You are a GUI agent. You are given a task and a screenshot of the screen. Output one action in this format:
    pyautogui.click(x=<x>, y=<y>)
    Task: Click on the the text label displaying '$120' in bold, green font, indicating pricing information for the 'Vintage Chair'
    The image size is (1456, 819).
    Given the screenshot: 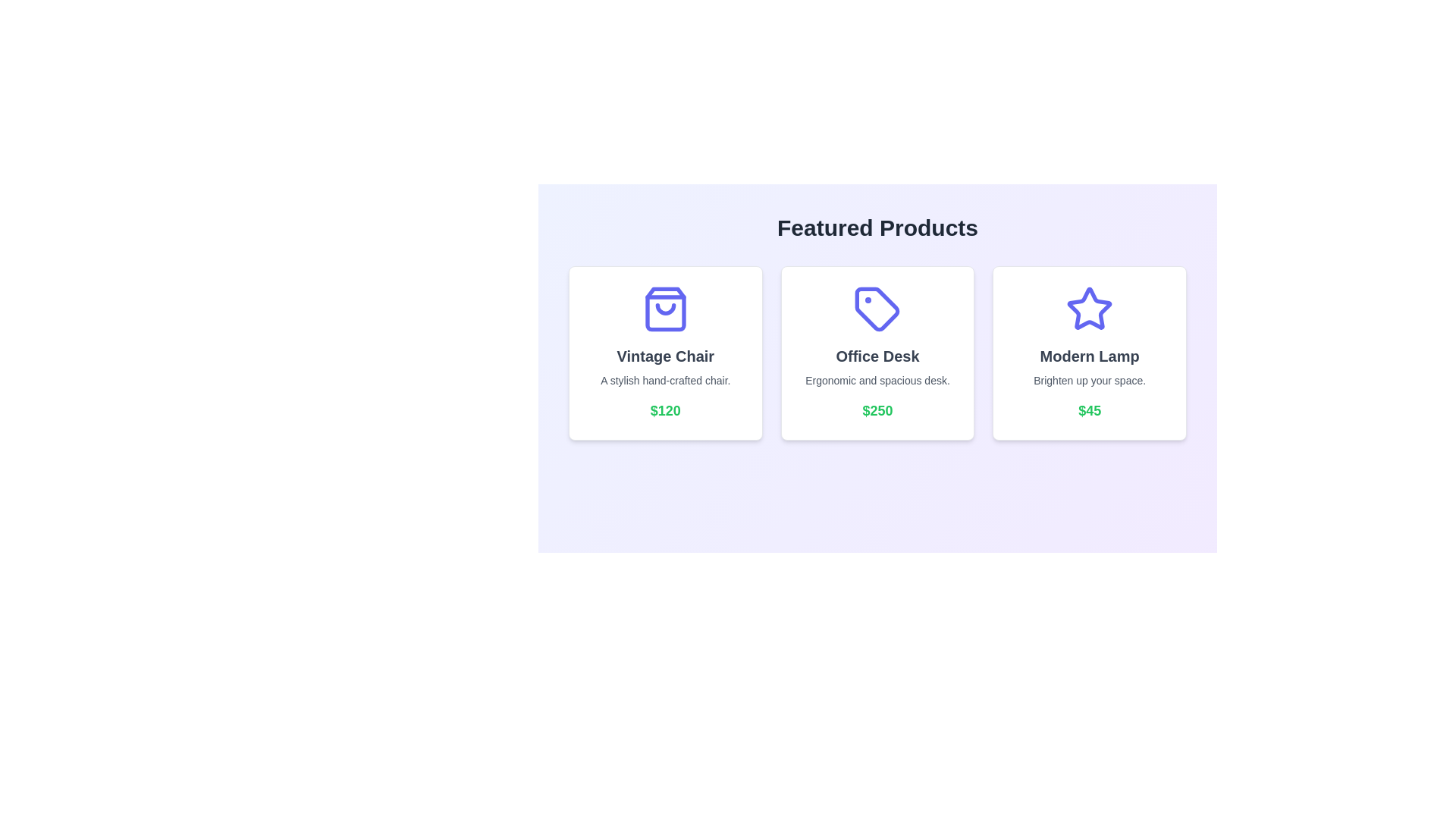 What is the action you would take?
    pyautogui.click(x=665, y=411)
    